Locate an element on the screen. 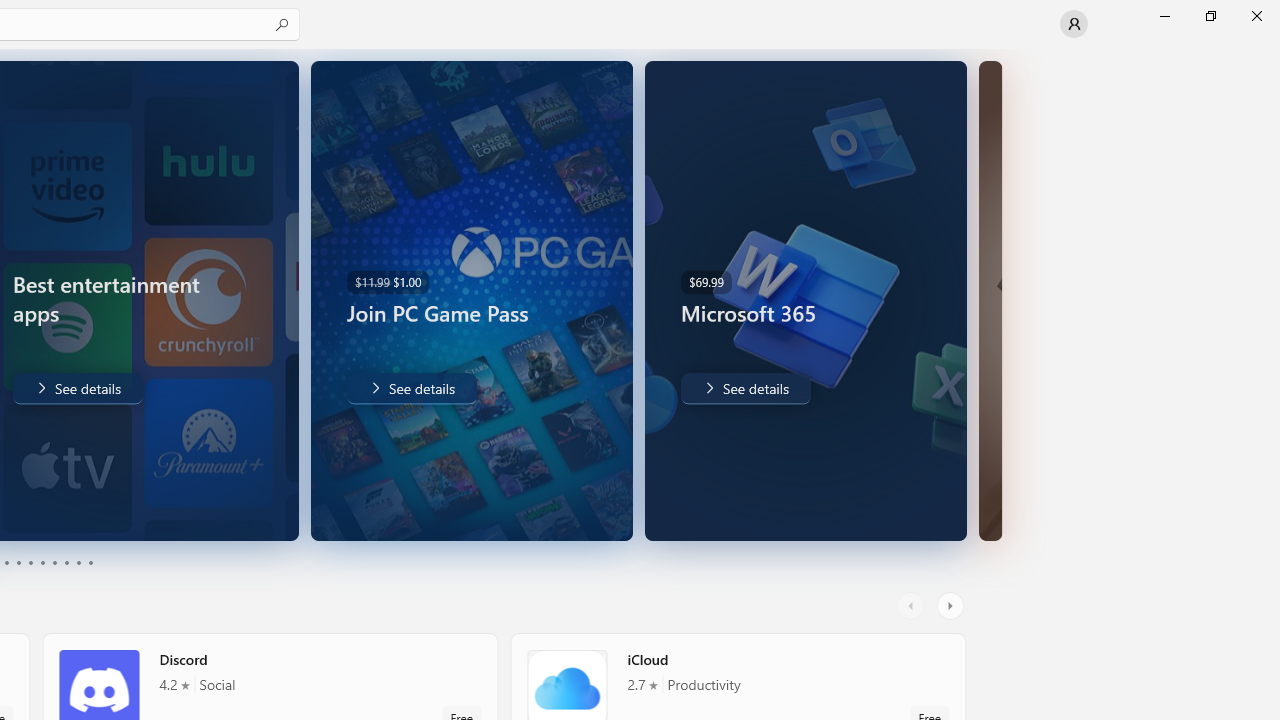 This screenshot has width=1280, height=720. 'Minimize Microsoft Store' is located at coordinates (1164, 15).